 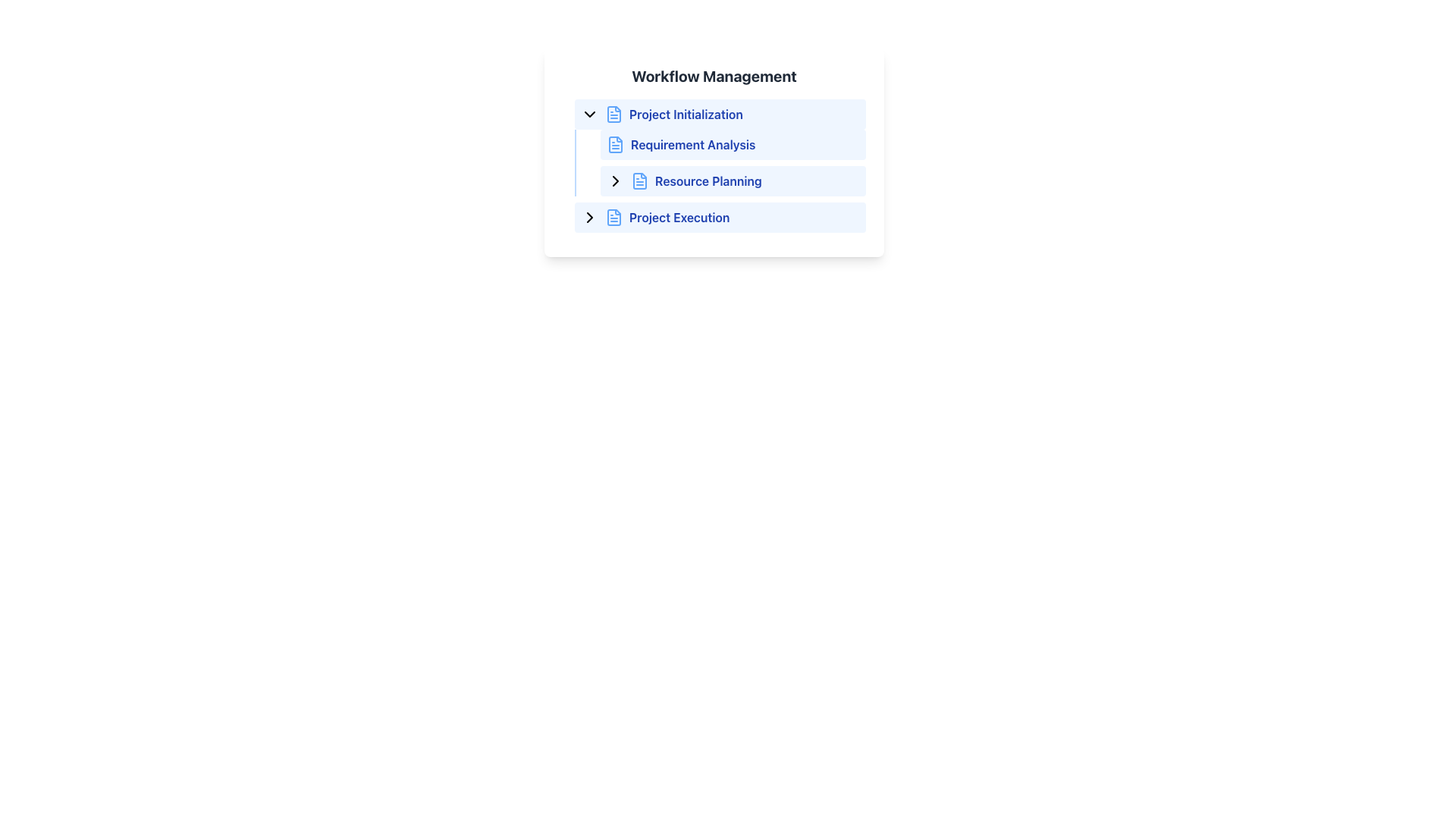 What do you see at coordinates (614, 217) in the screenshot?
I see `the SVG icon that visually represents the associated list item for 'Project Execution' in the workflow steps under 'Workflow Management'` at bounding box center [614, 217].